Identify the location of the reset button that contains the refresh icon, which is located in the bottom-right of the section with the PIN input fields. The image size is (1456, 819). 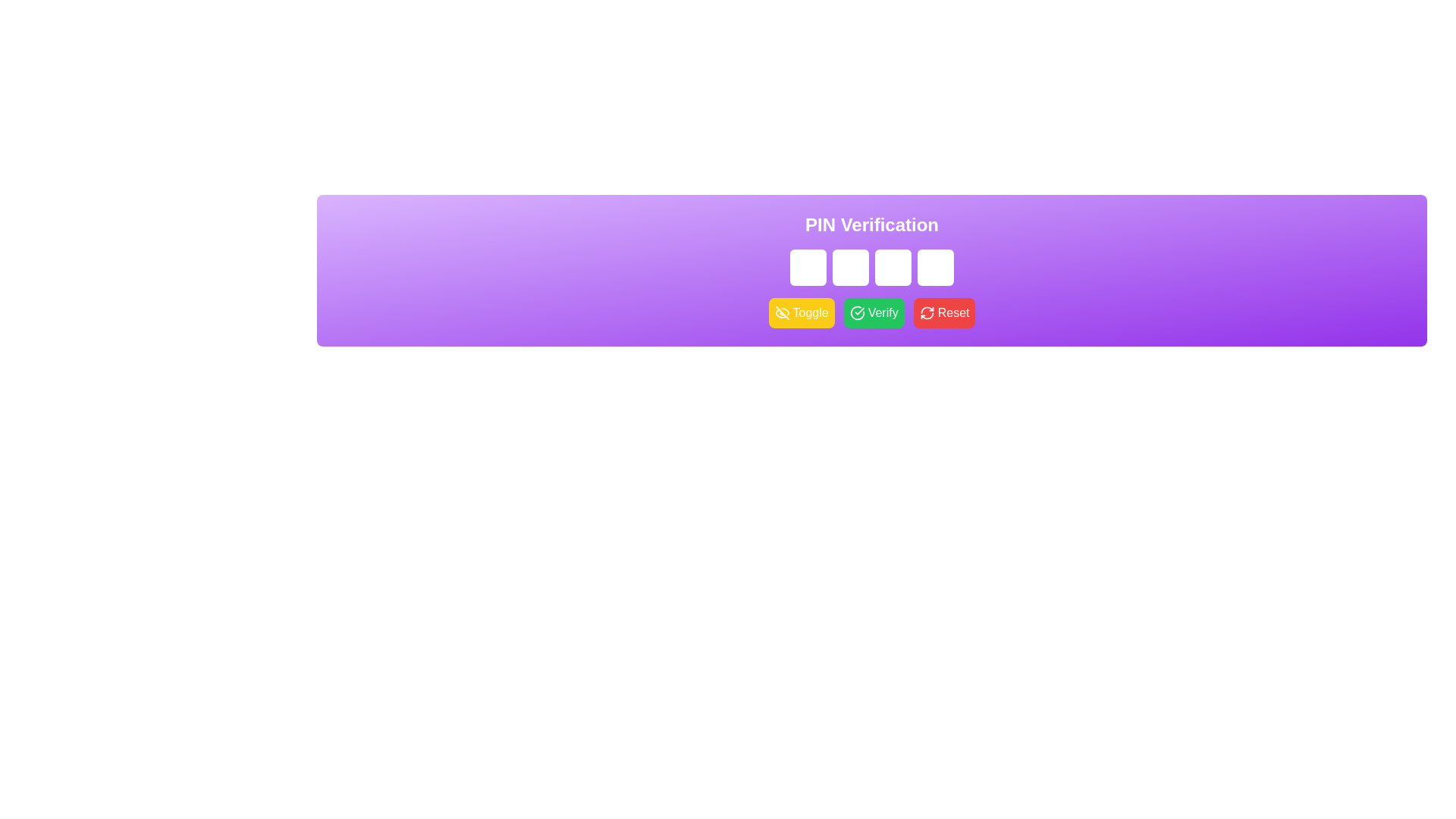
(926, 312).